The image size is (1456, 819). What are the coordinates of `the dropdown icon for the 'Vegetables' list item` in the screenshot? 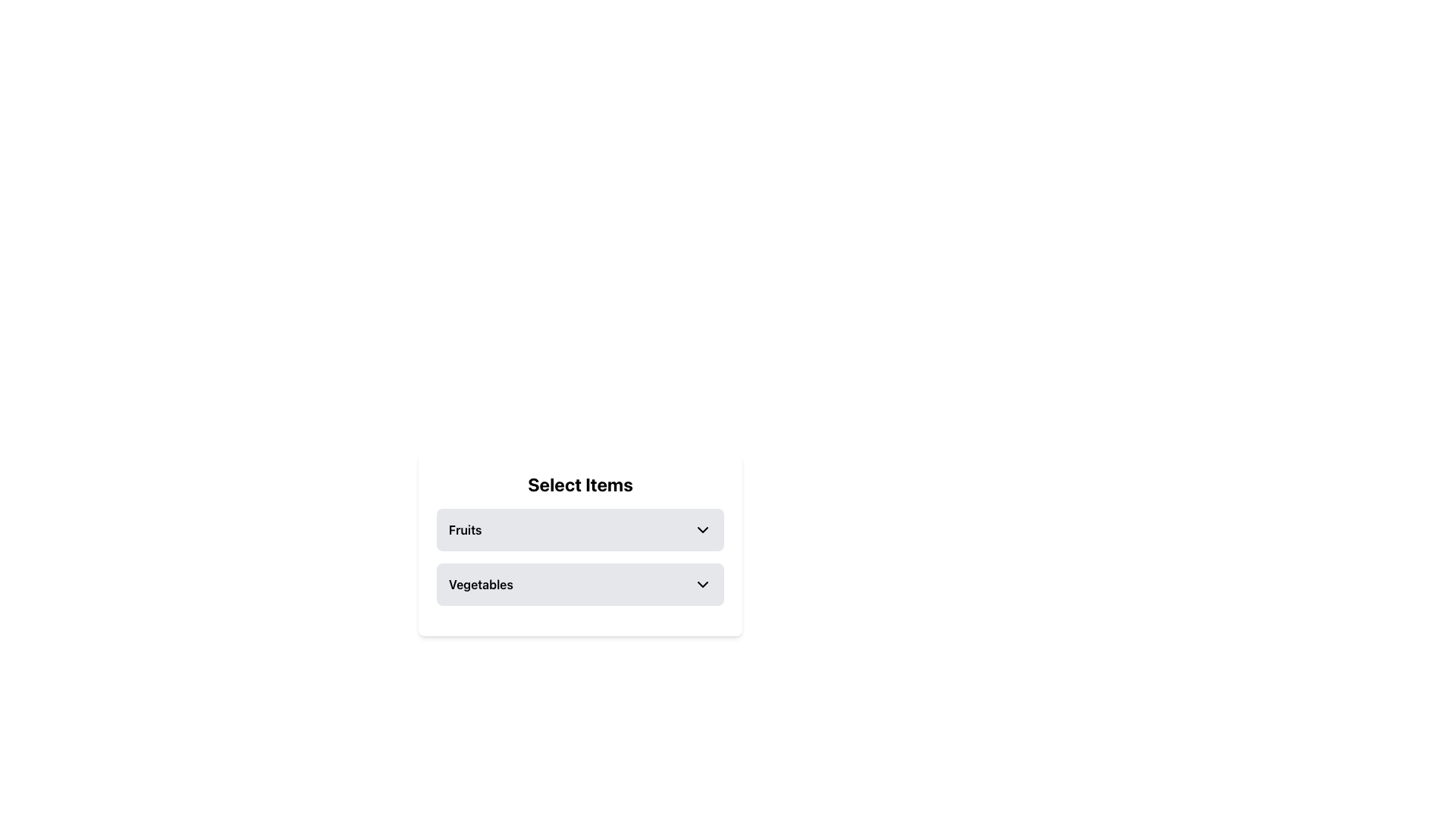 It's located at (701, 584).